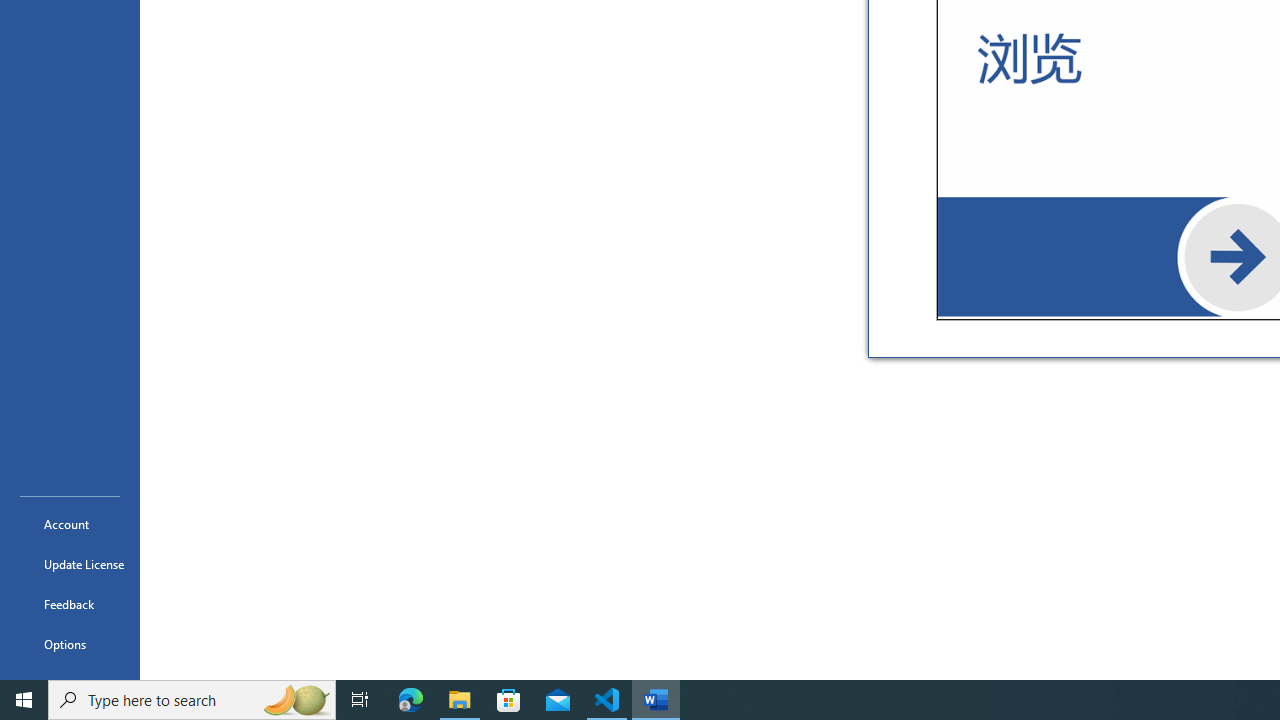 This screenshot has width=1280, height=720. Describe the element at coordinates (294, 698) in the screenshot. I see `'Search highlights icon opens search home window'` at that location.